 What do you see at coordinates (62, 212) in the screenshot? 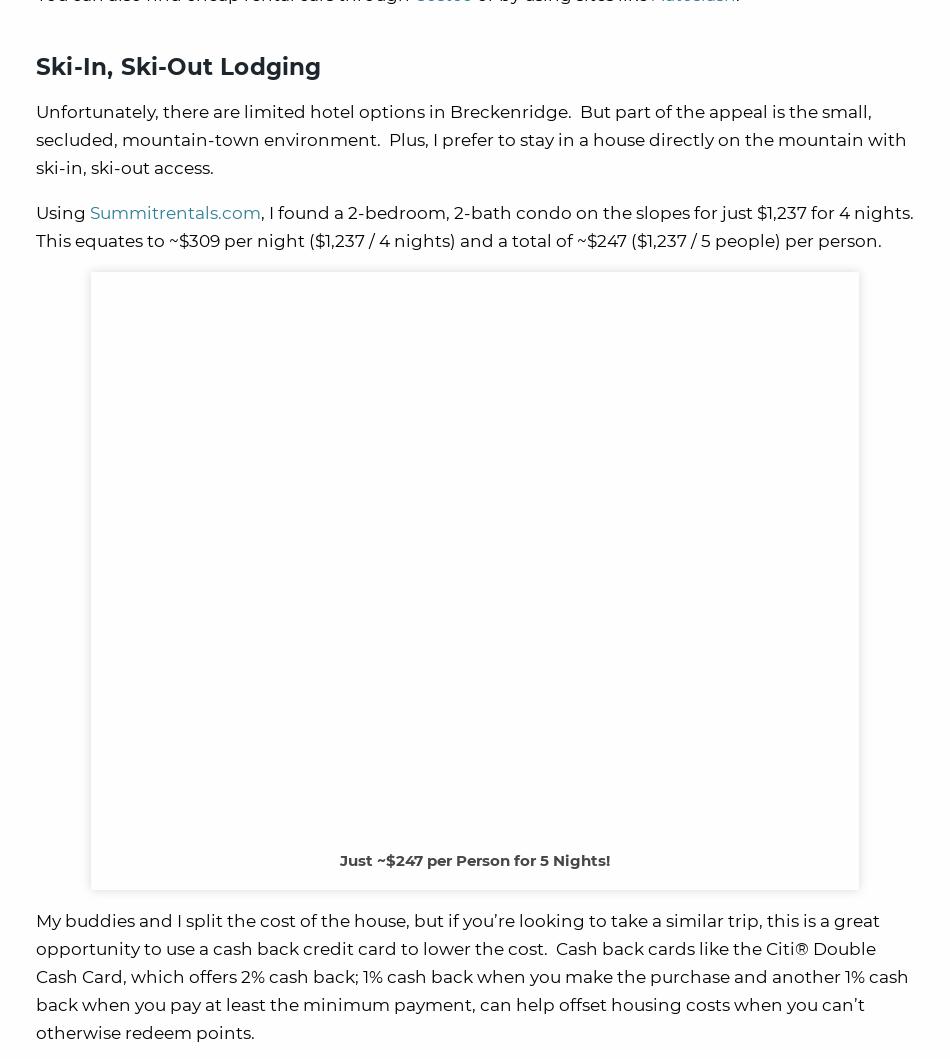
I see `'Using'` at bounding box center [62, 212].